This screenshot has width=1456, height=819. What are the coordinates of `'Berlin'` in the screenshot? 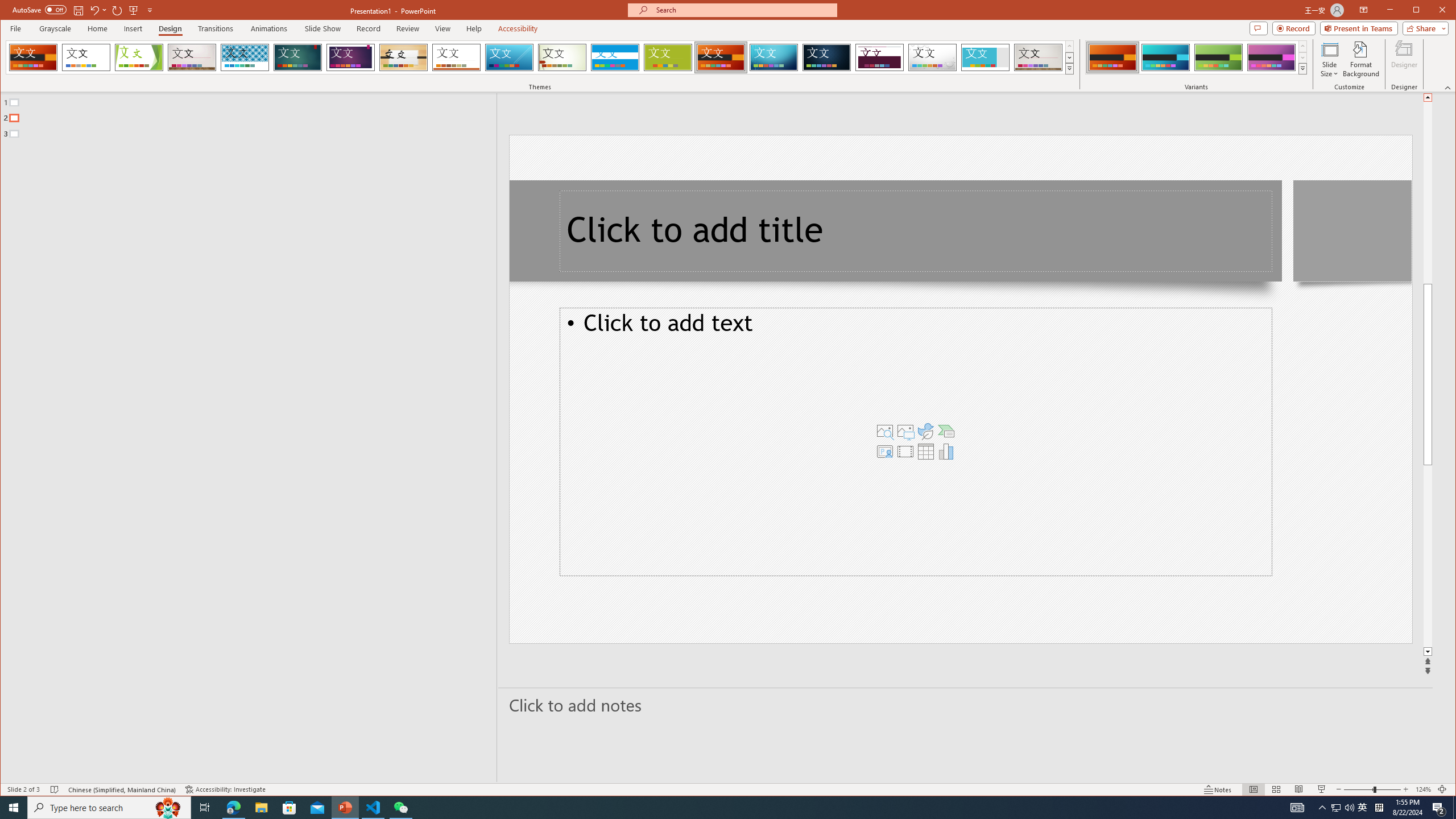 It's located at (721, 57).